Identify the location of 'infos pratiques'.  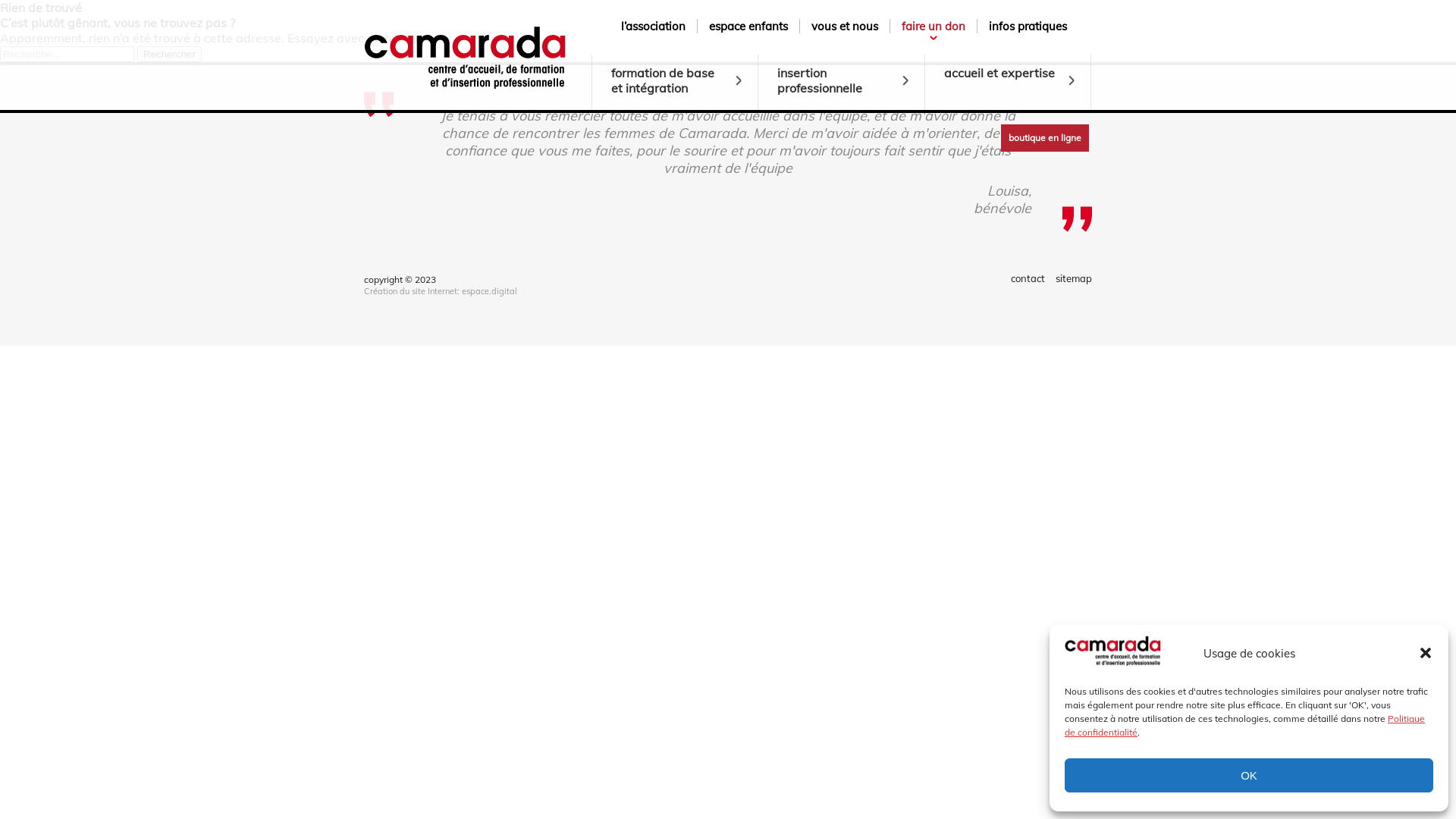
(1028, 26).